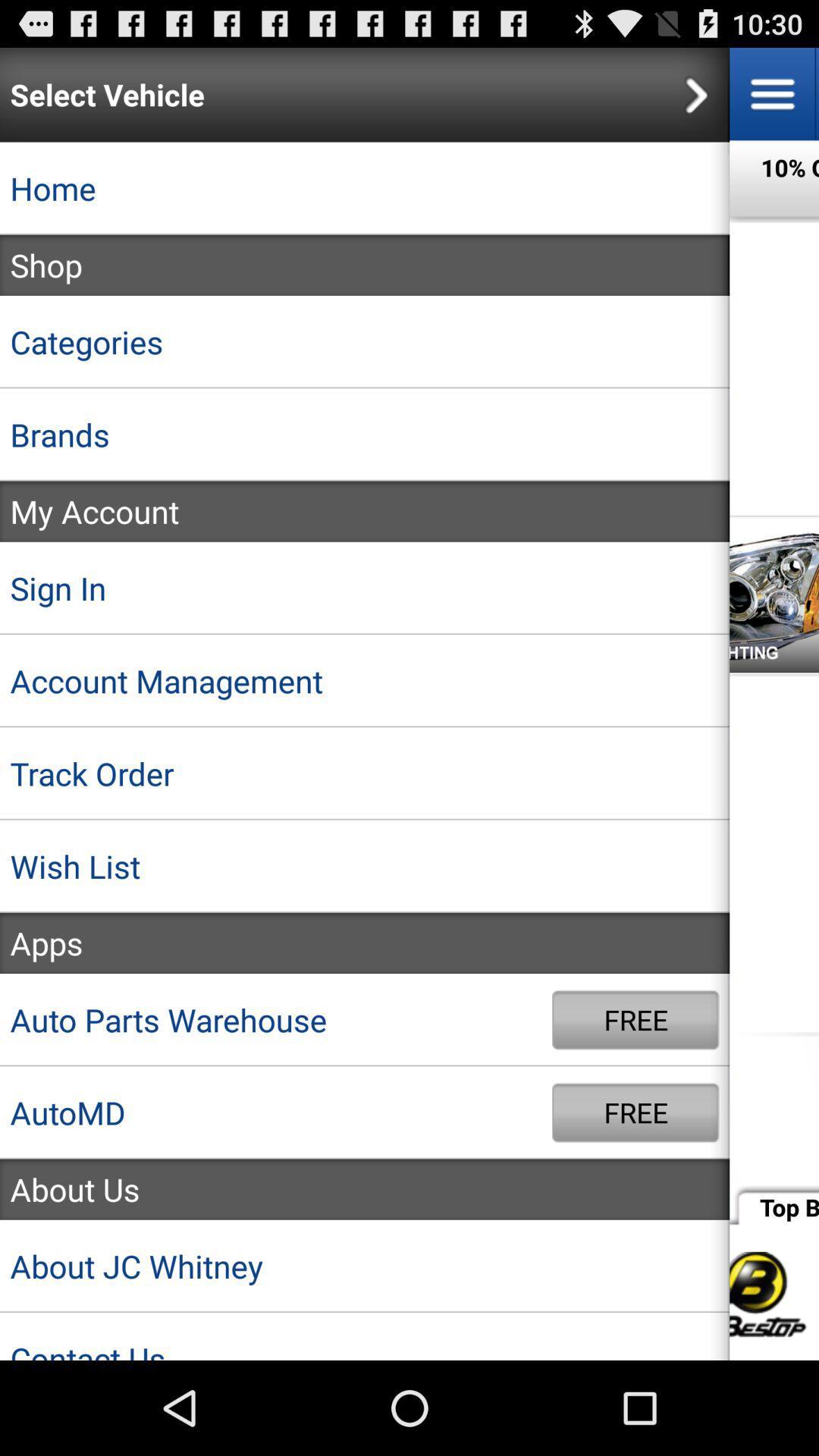 The height and width of the screenshot is (1456, 819). What do you see at coordinates (365, 341) in the screenshot?
I see `app above brands icon` at bounding box center [365, 341].